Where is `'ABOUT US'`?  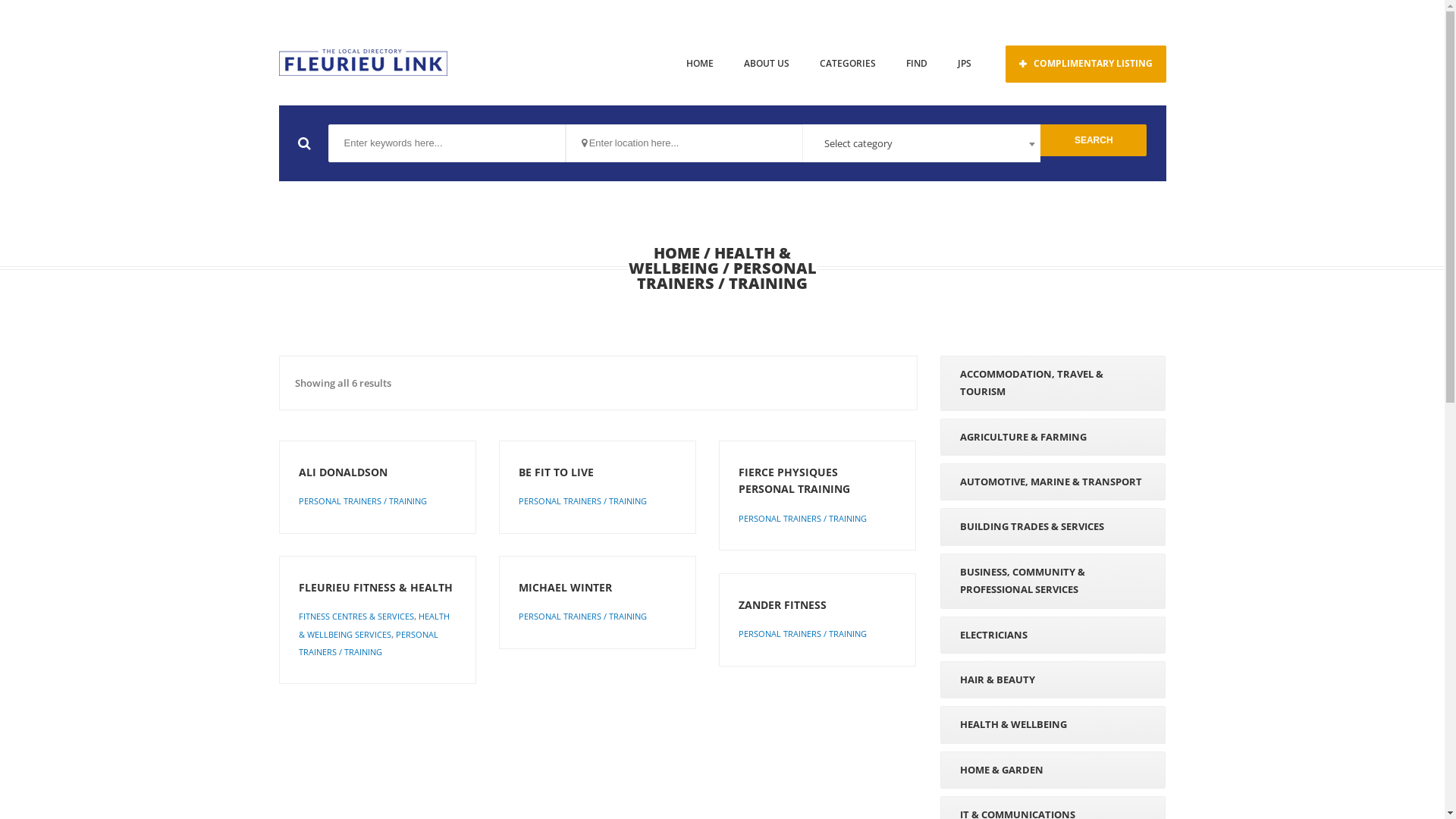
'ABOUT US' is located at coordinates (765, 63).